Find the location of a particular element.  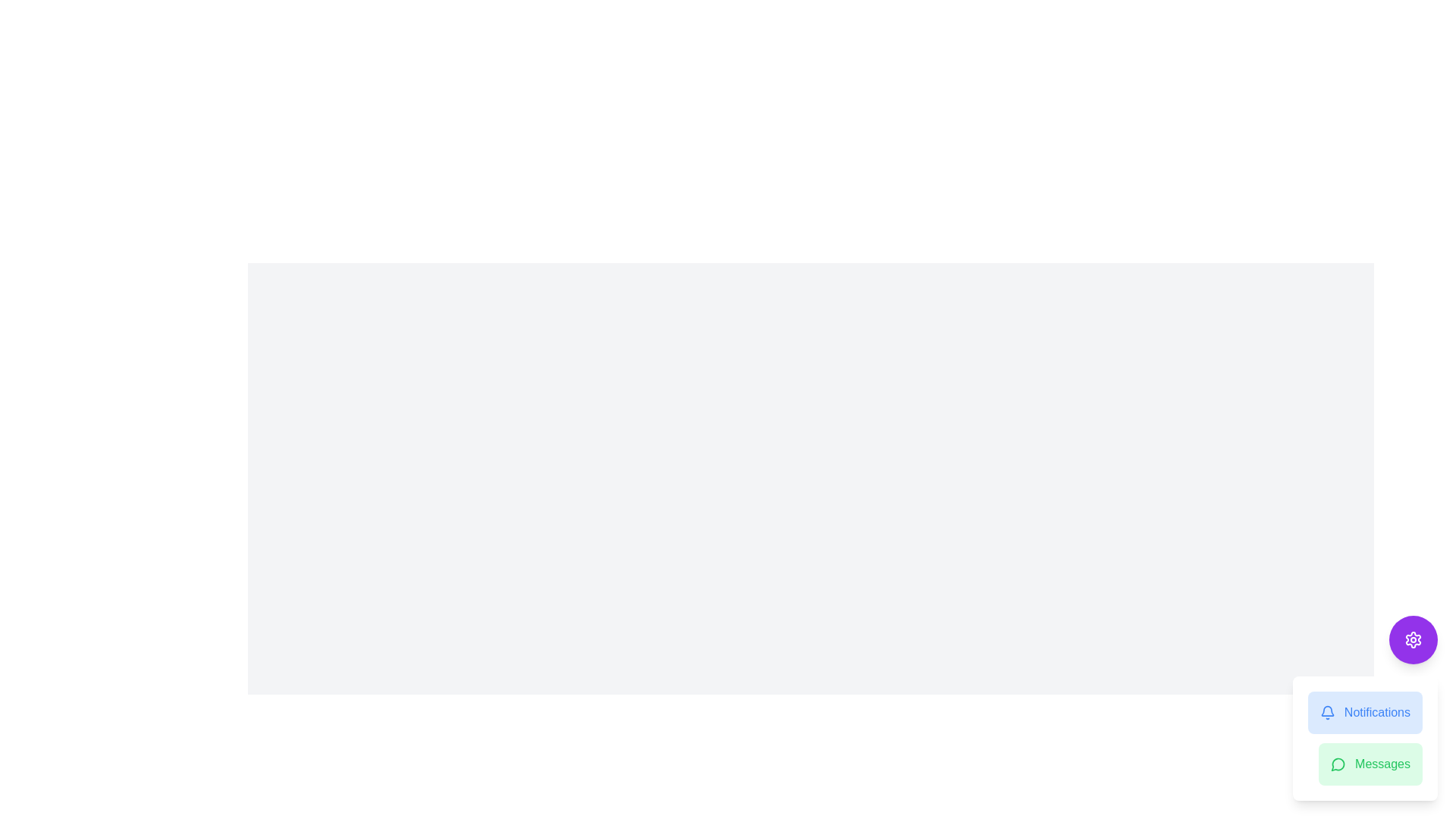

the settings icon represented by a cog shape located in the bottom-right corner of the interface, inside a purple circular button, for navigation is located at coordinates (1412, 640).